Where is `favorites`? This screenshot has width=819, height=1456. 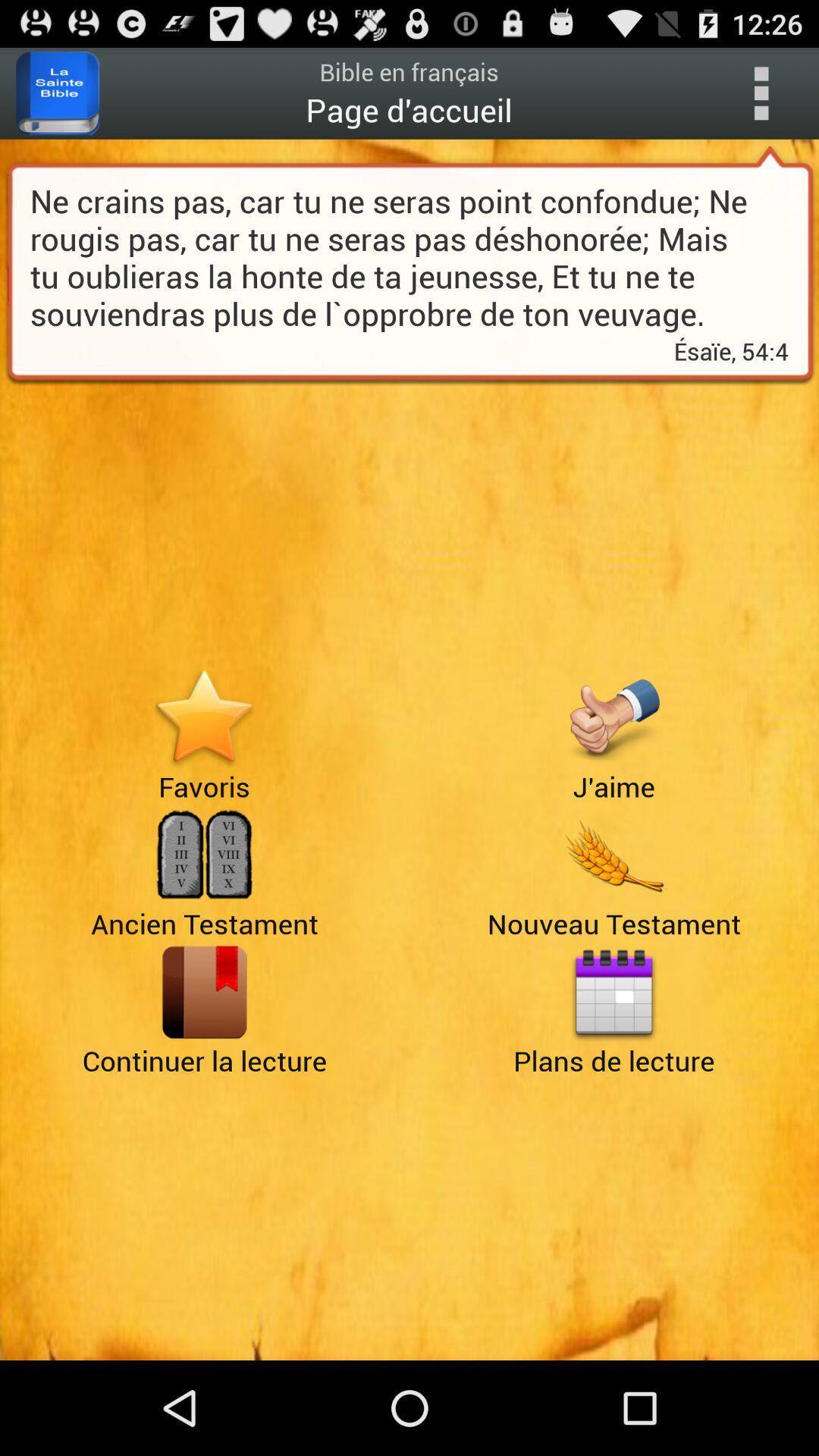
favorites is located at coordinates (203, 717).